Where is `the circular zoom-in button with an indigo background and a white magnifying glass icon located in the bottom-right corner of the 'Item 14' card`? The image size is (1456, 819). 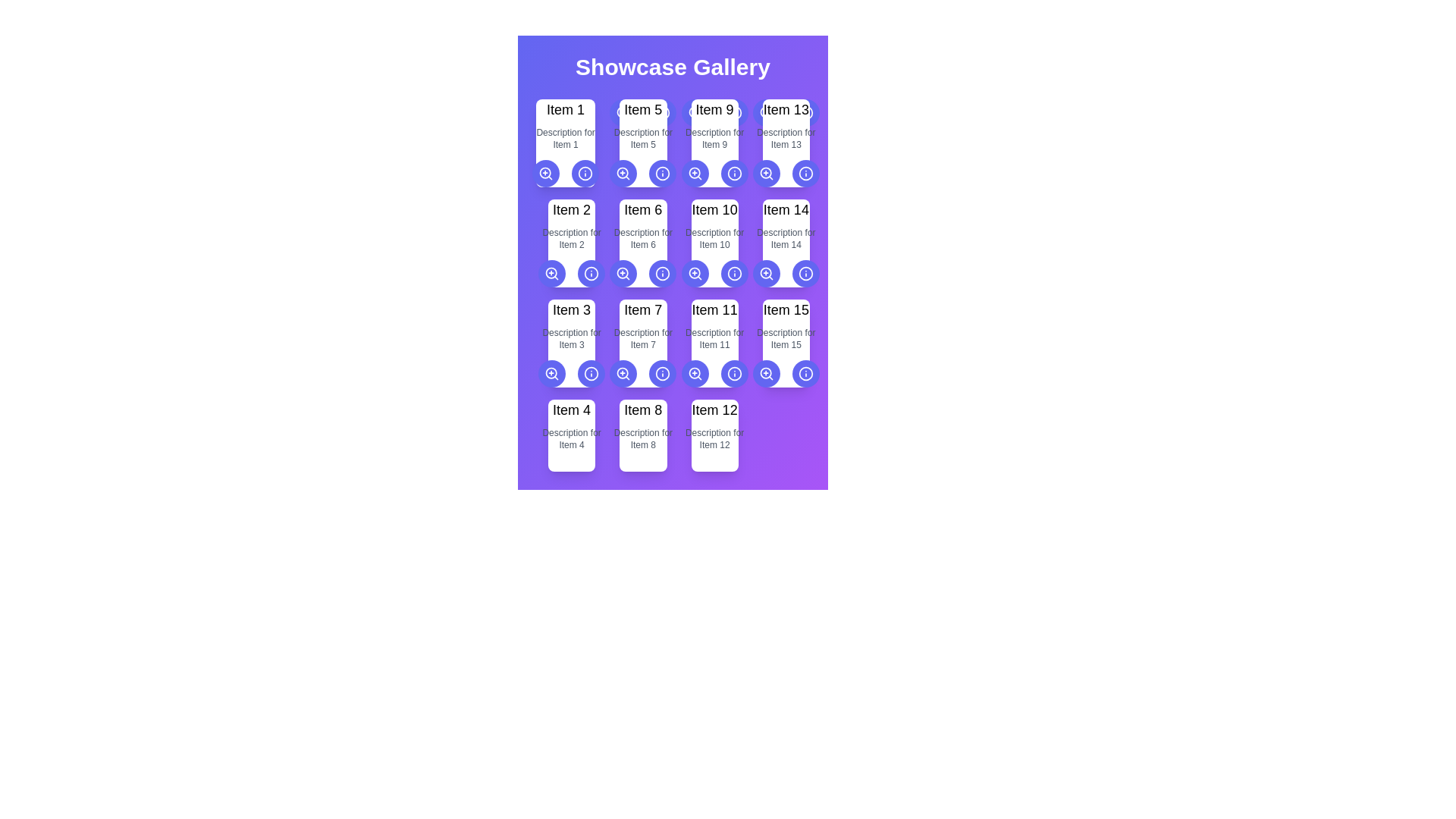
the circular zoom-in button with an indigo background and a white magnifying glass icon located in the bottom-right corner of the 'Item 14' card is located at coordinates (766, 274).